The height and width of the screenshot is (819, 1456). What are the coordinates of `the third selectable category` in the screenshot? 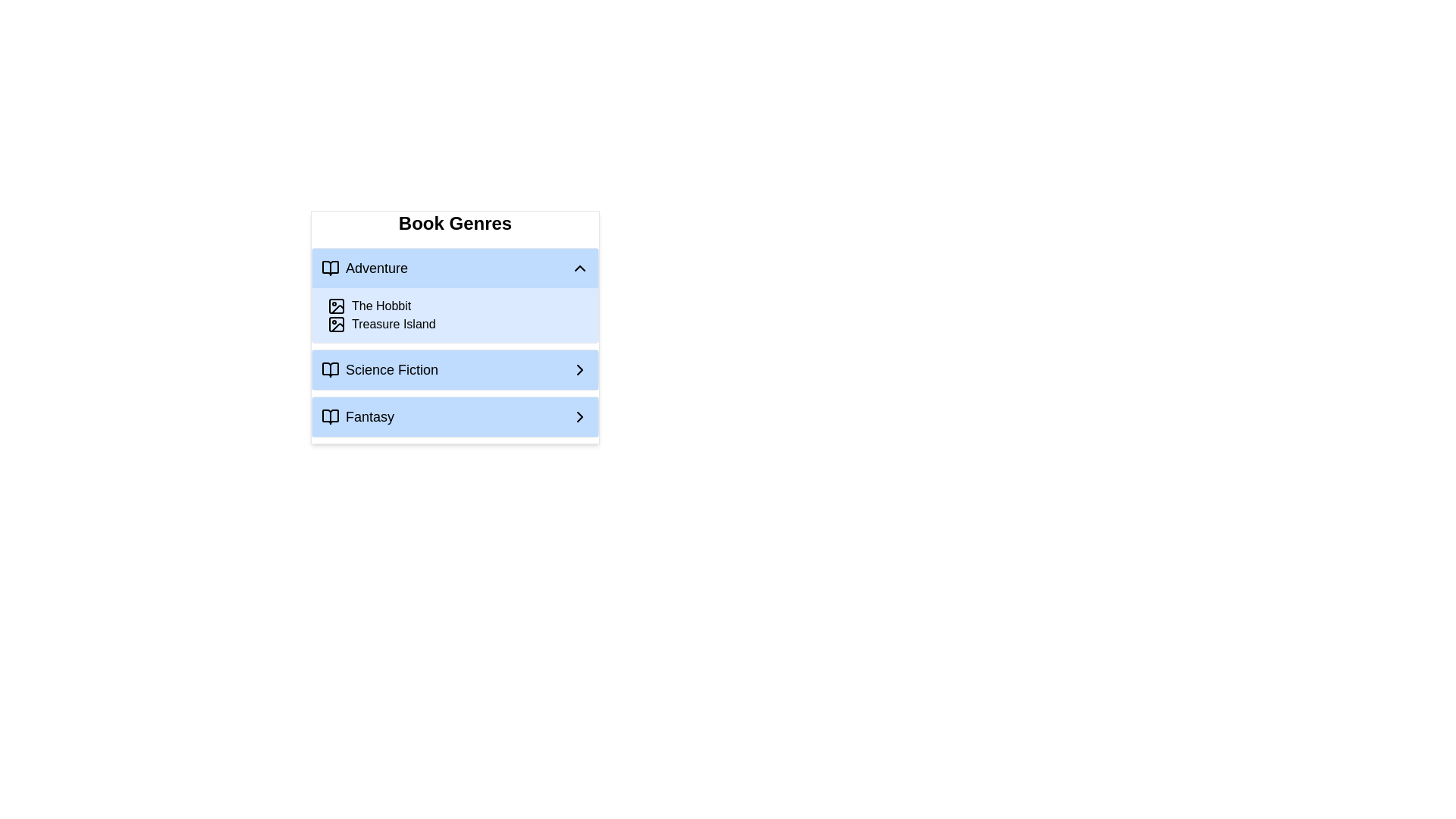 It's located at (454, 353).